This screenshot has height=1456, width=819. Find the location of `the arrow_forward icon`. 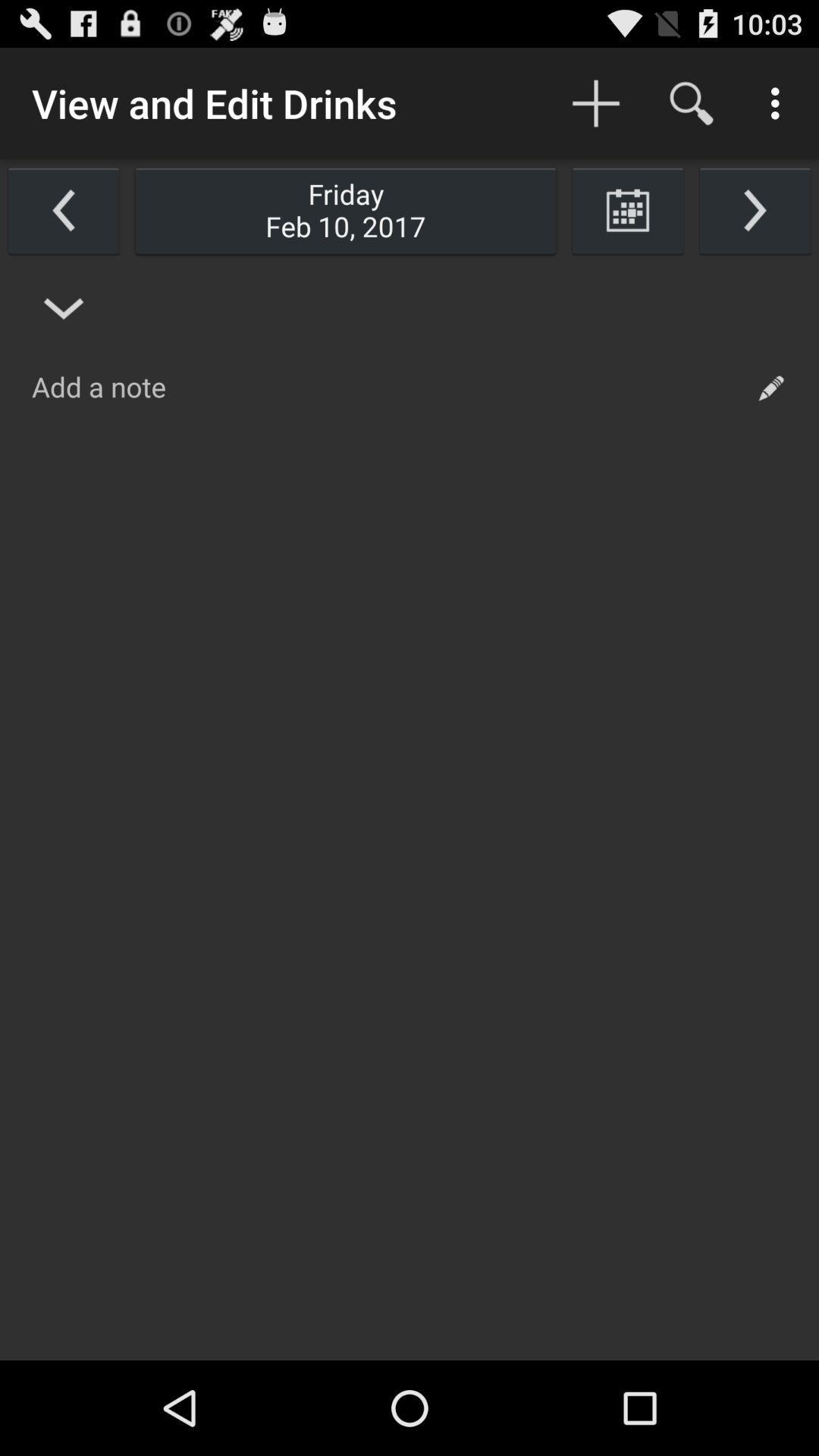

the arrow_forward icon is located at coordinates (755, 224).